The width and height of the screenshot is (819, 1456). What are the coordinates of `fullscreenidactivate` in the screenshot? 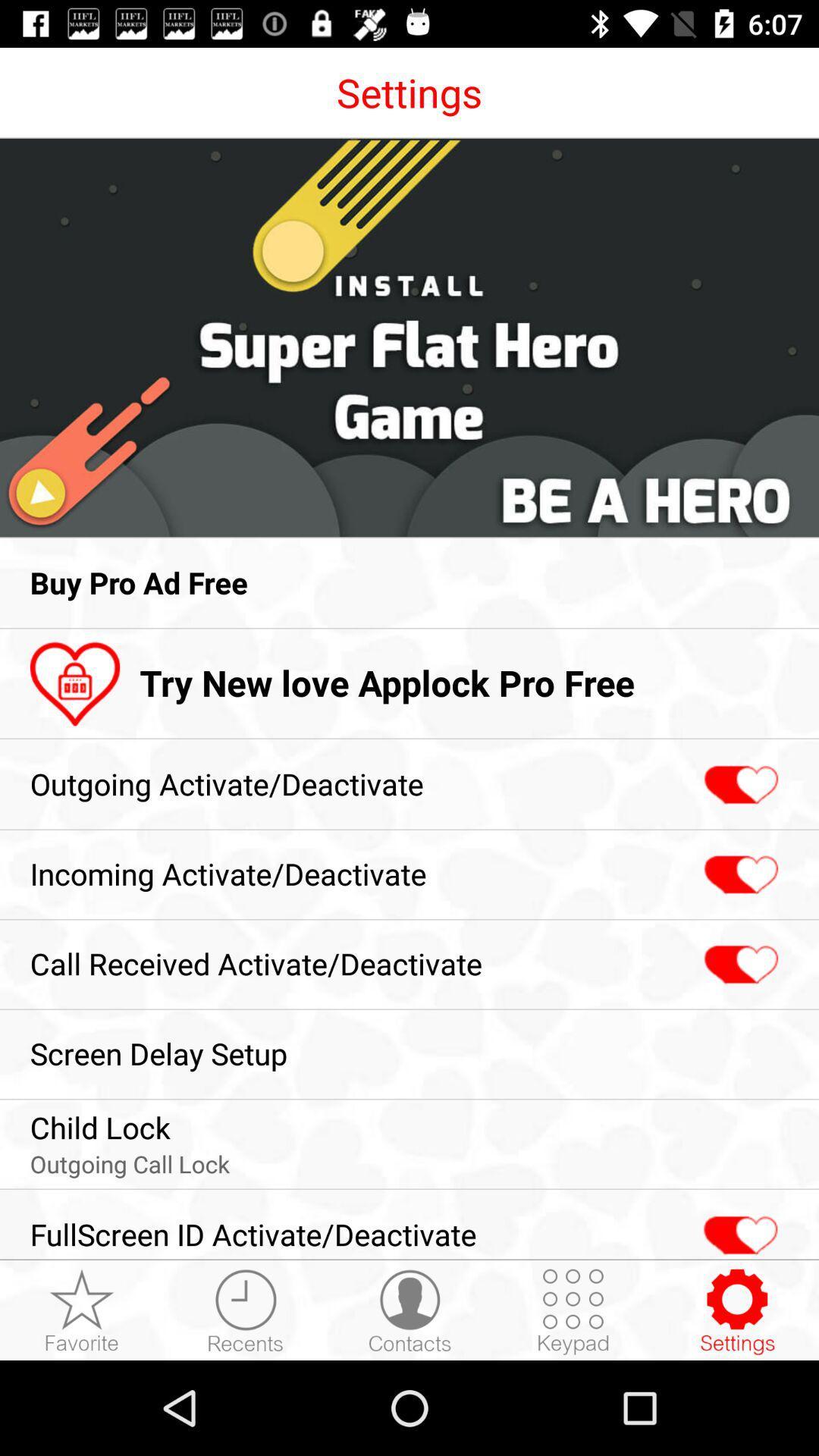 It's located at (738, 1227).